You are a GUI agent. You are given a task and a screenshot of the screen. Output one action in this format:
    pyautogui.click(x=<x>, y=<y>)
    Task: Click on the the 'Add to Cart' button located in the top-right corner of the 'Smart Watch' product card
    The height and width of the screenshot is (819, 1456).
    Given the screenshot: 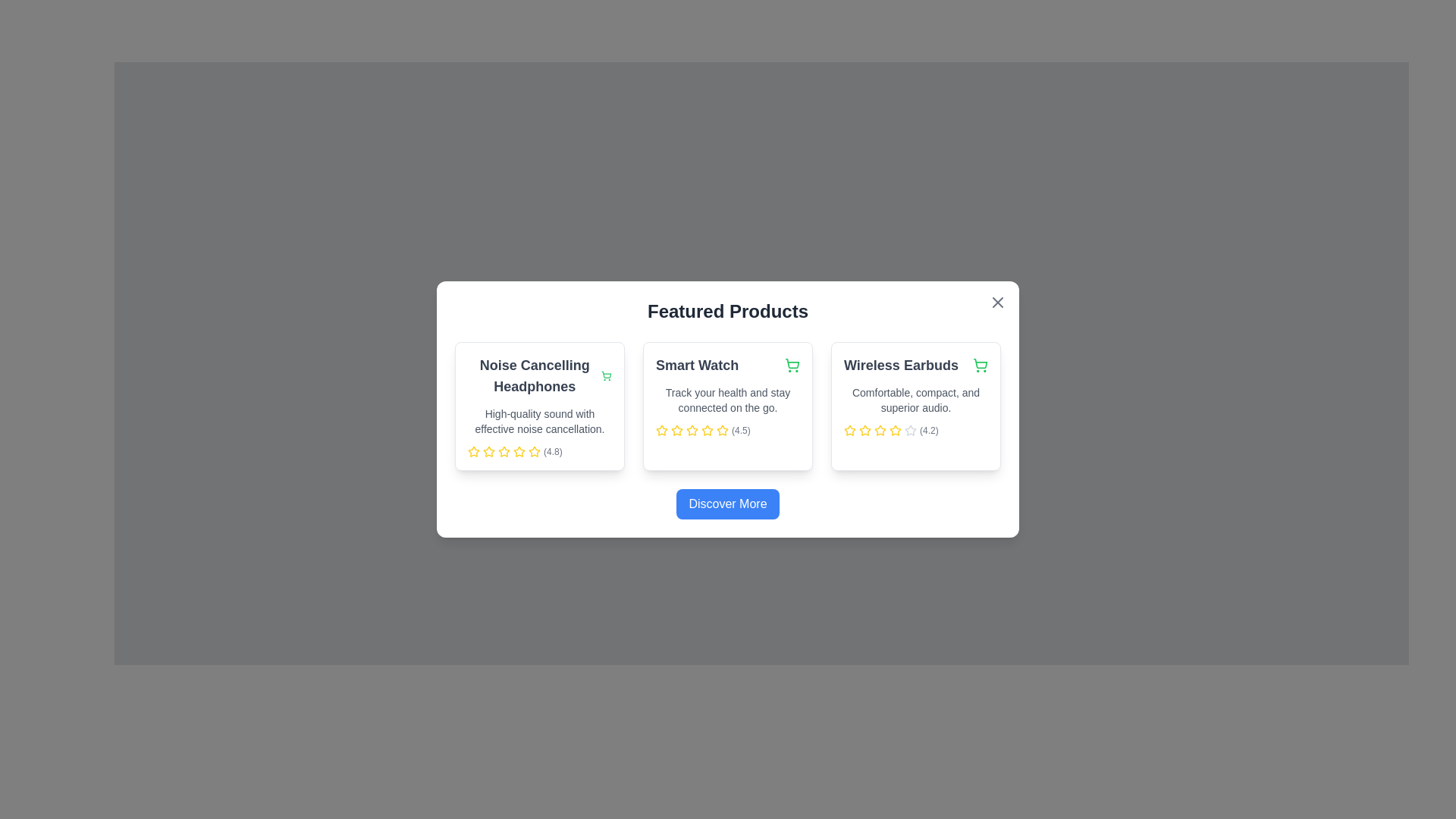 What is the action you would take?
    pyautogui.click(x=792, y=366)
    